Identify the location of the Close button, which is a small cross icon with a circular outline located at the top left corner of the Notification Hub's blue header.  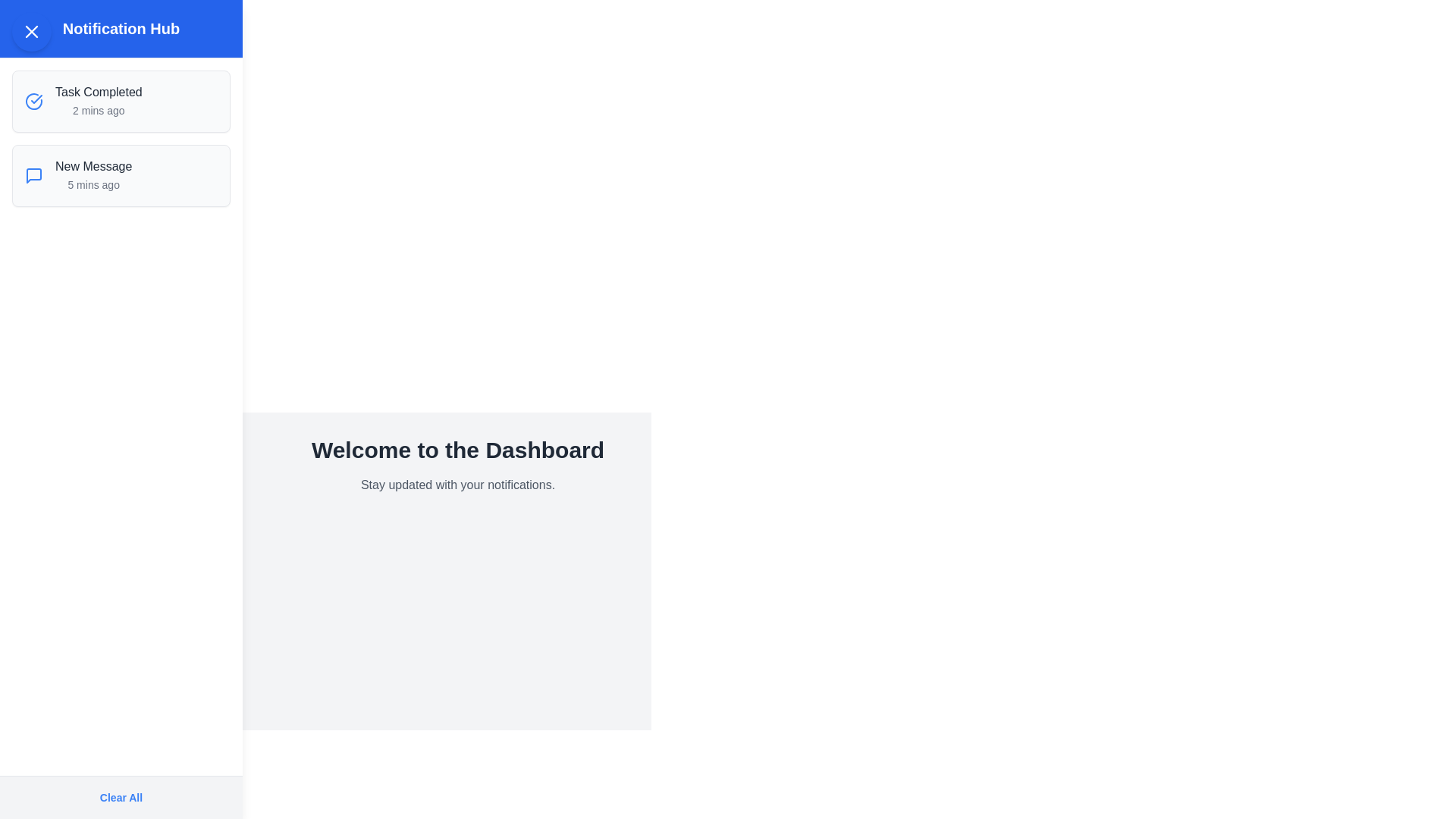
(32, 32).